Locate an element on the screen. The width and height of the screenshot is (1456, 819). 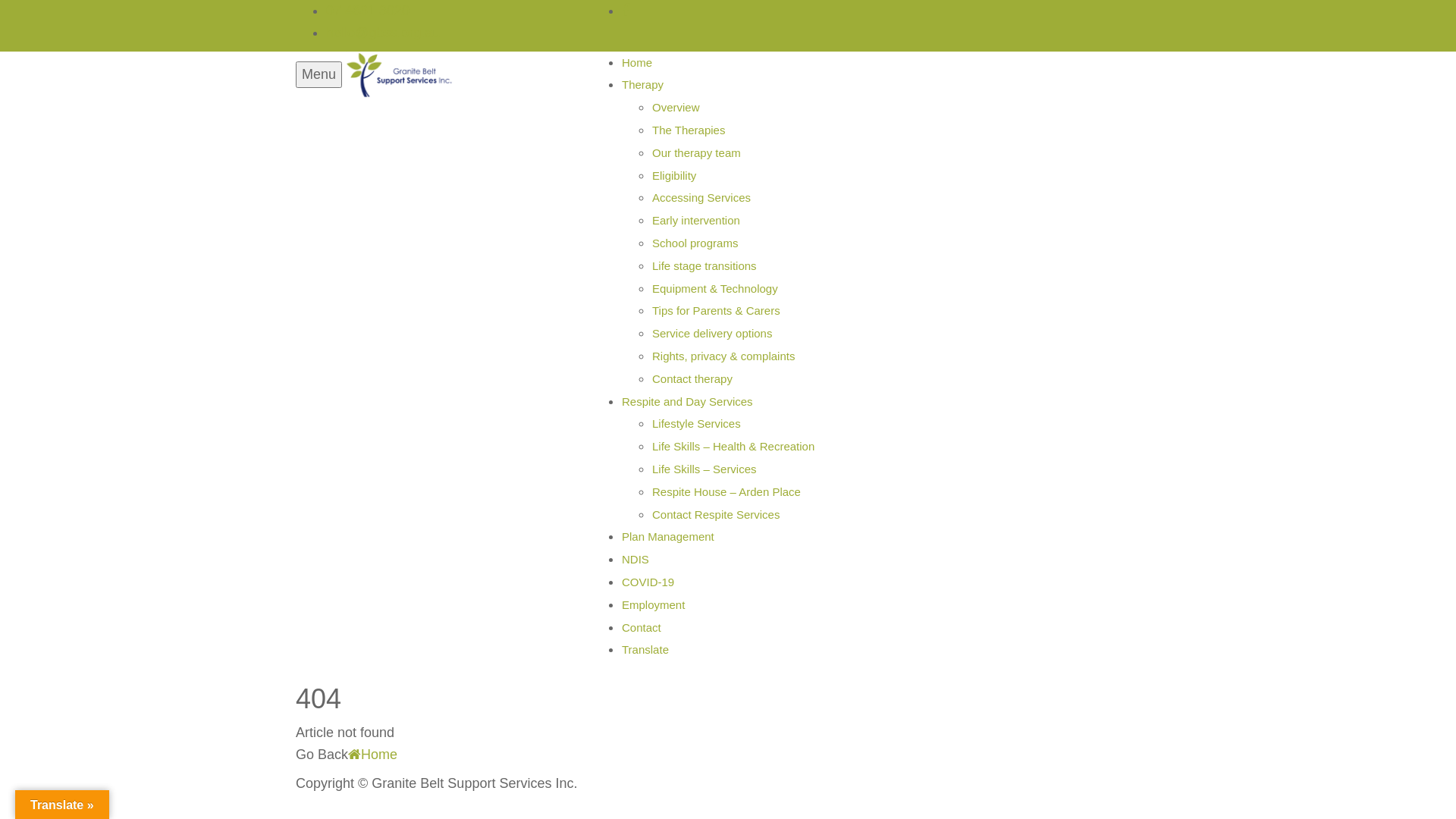
'Home' is located at coordinates (372, 754).